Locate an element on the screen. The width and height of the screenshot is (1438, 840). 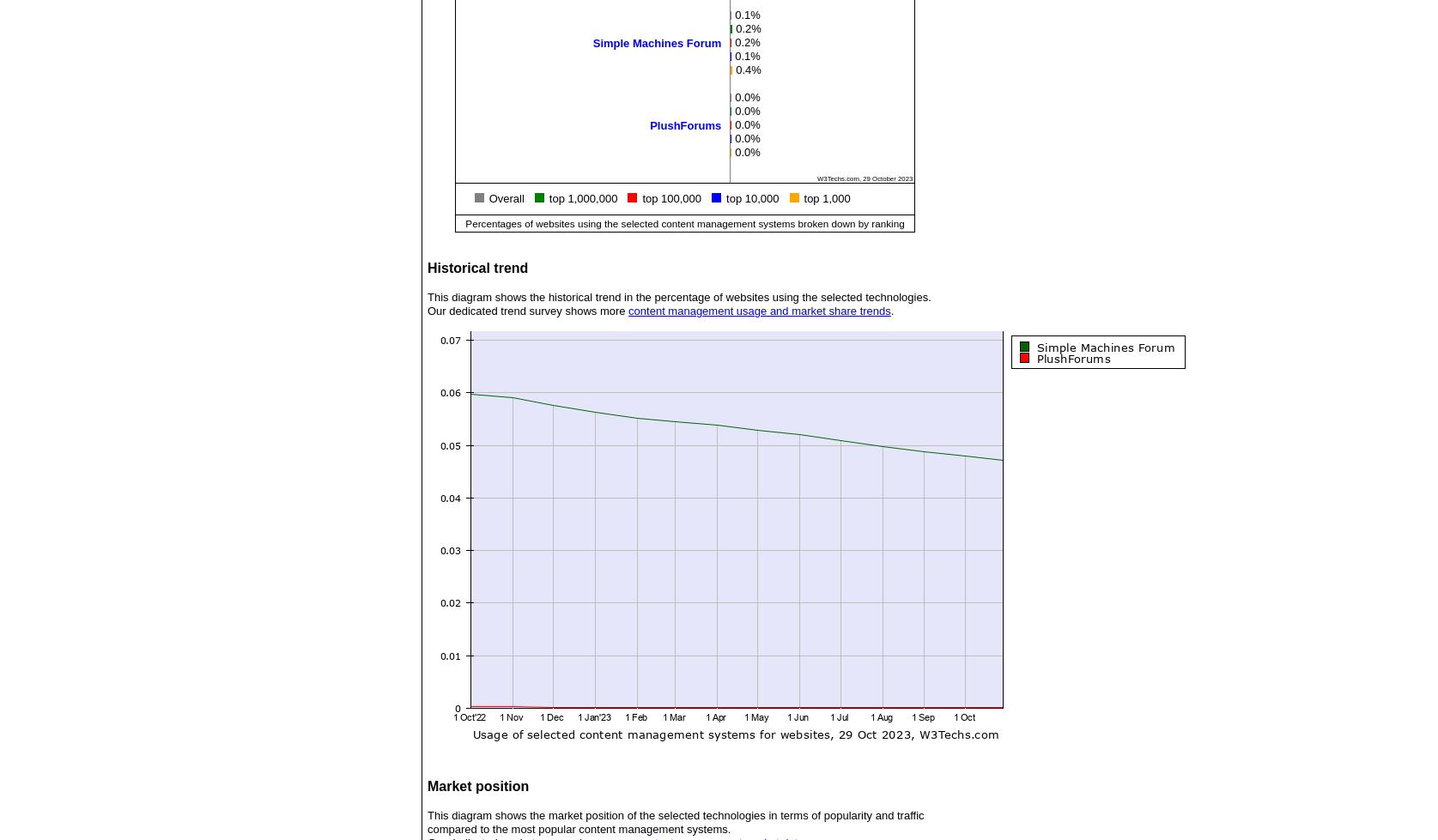
'top 100,000' is located at coordinates (642, 198).